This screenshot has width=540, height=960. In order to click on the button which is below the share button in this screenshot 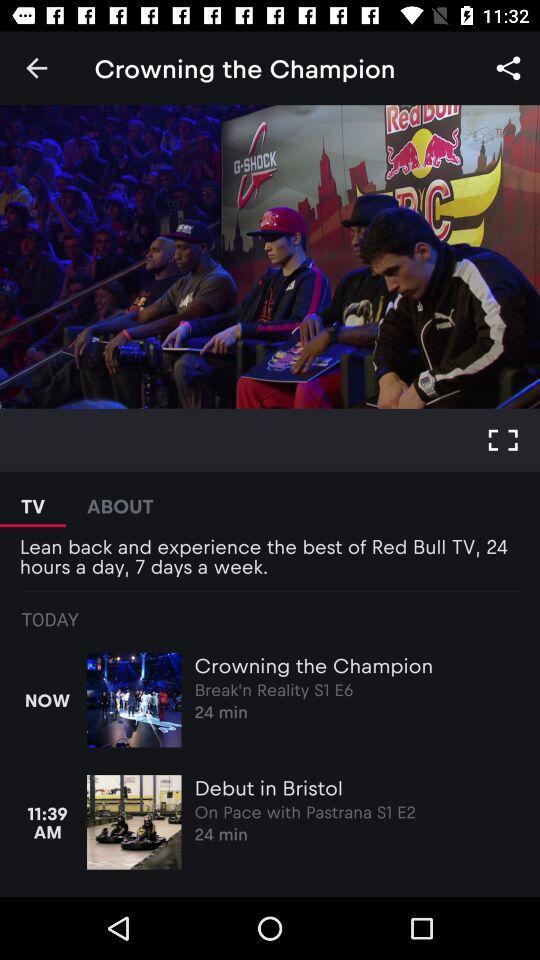, I will do `click(502, 440)`.